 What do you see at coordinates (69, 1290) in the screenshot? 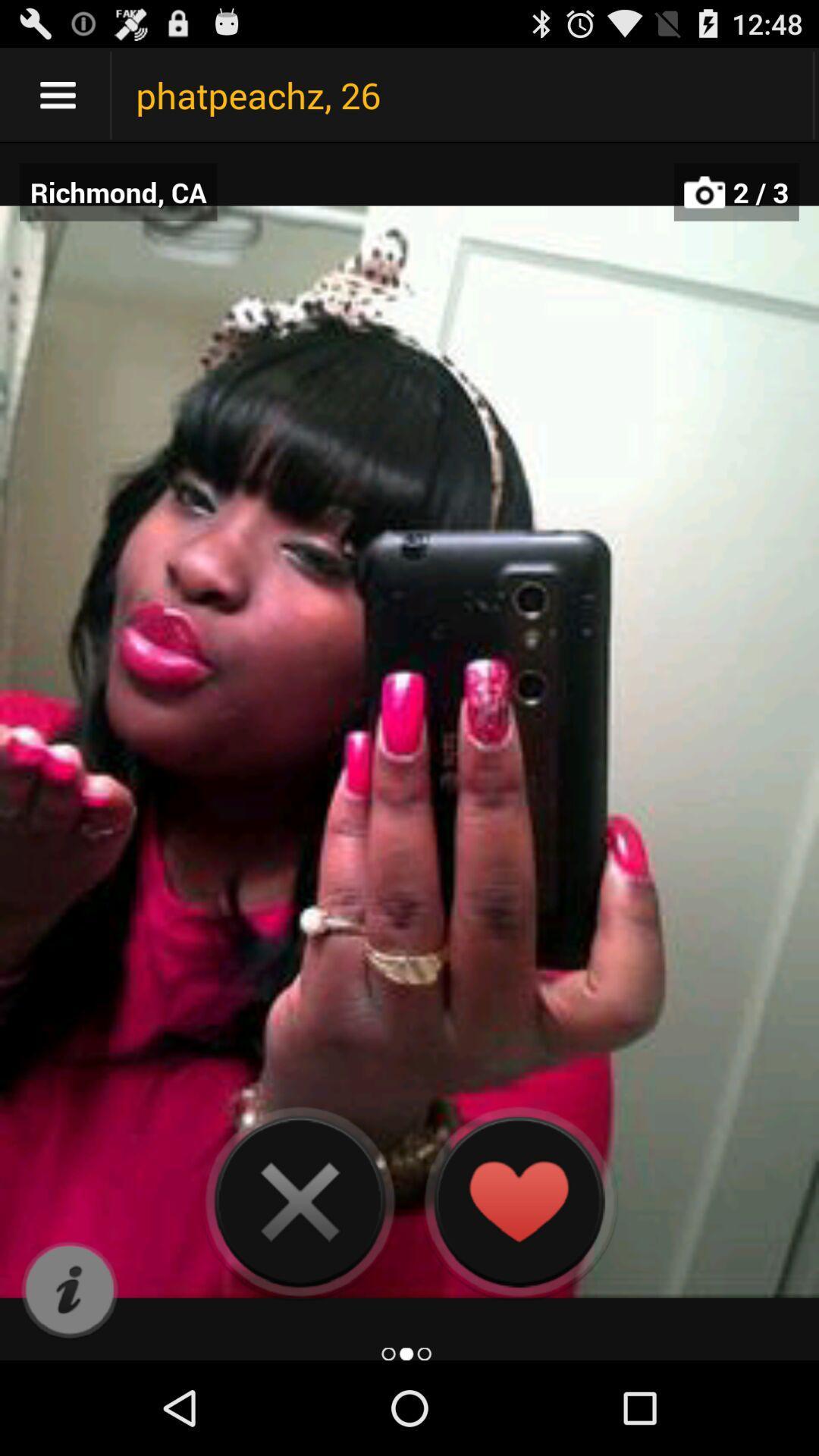
I see `show info` at bounding box center [69, 1290].